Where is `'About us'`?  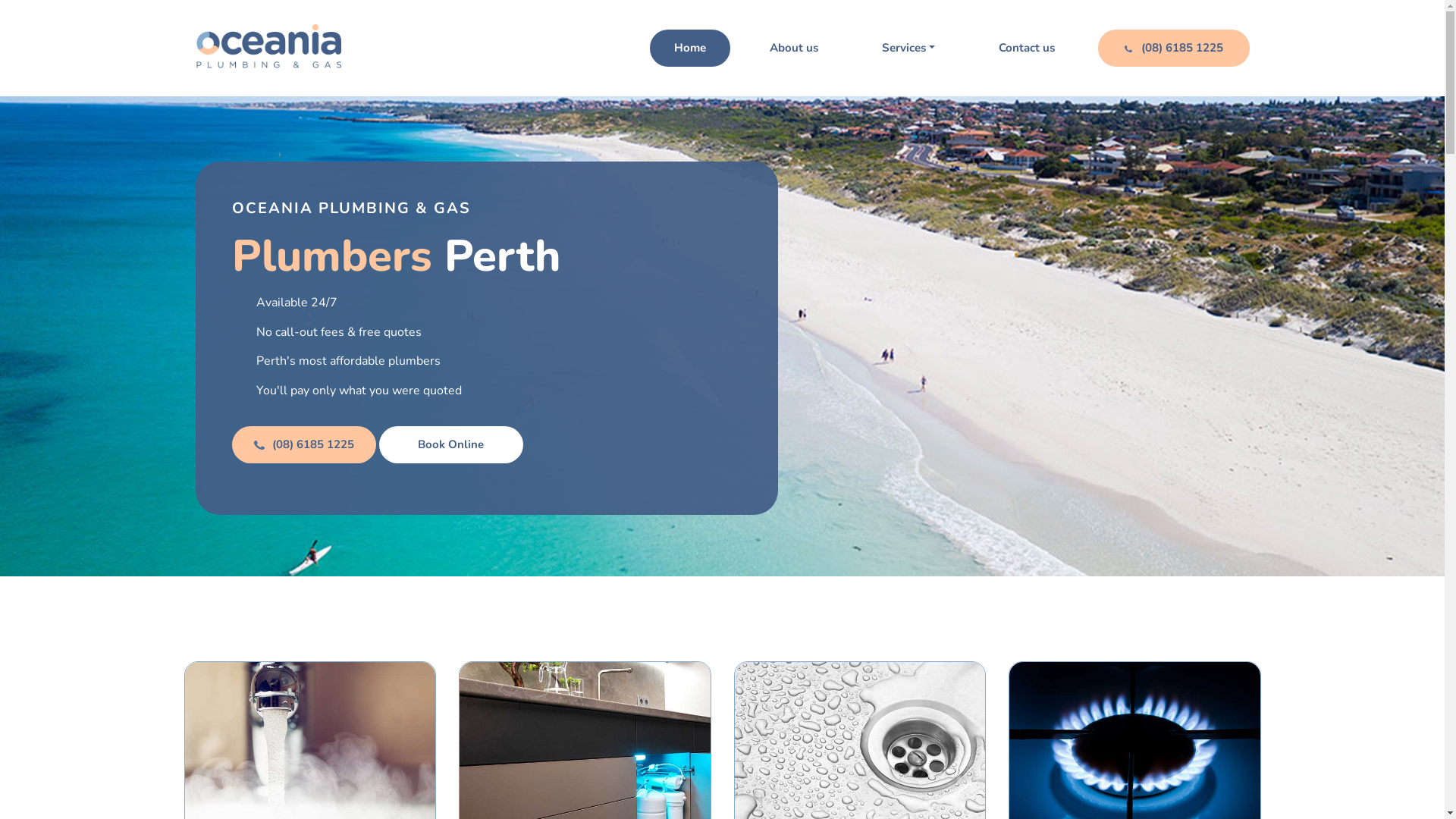
'About us' is located at coordinates (745, 47).